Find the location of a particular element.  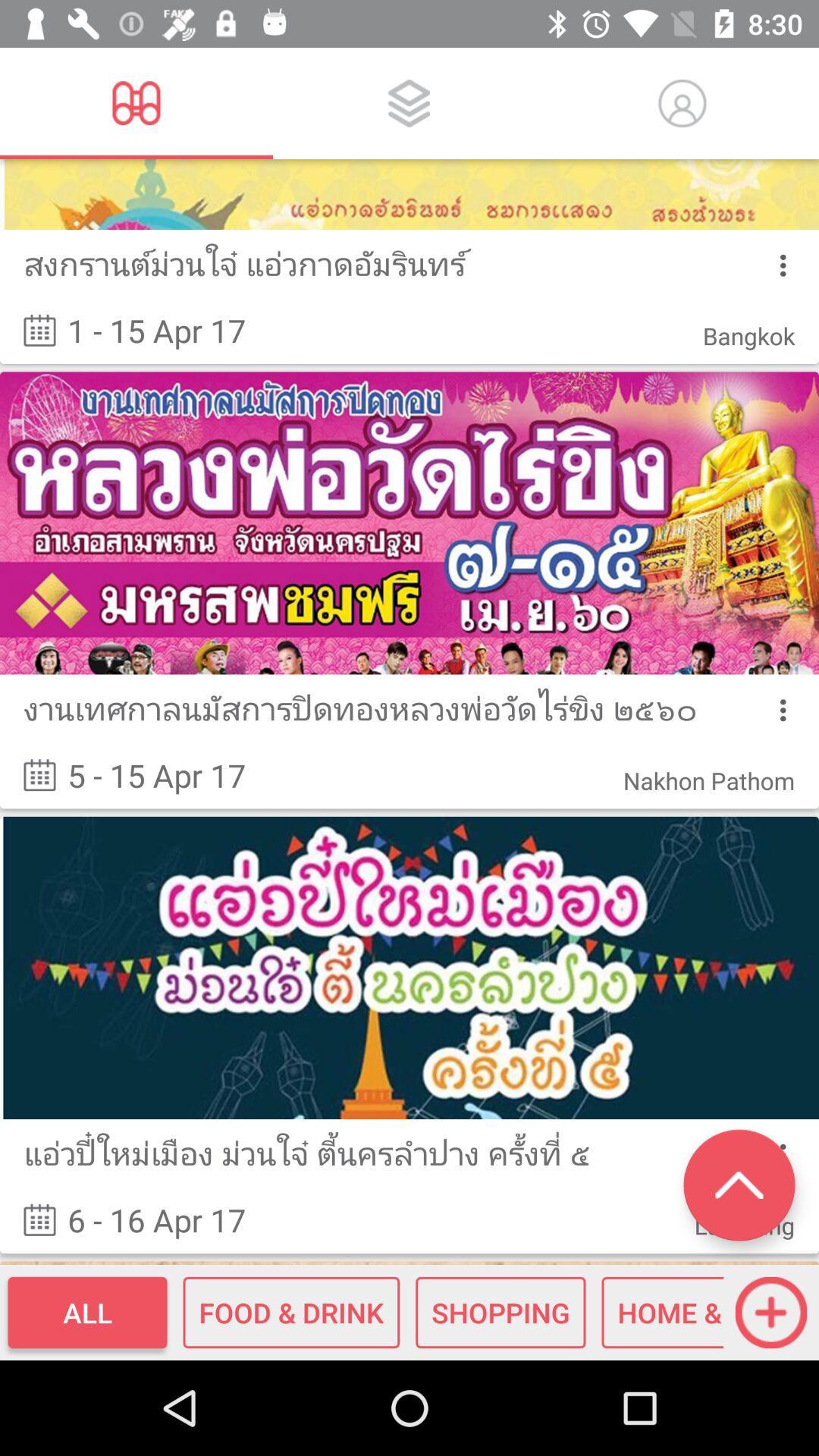

the expand_less icon is located at coordinates (739, 1185).